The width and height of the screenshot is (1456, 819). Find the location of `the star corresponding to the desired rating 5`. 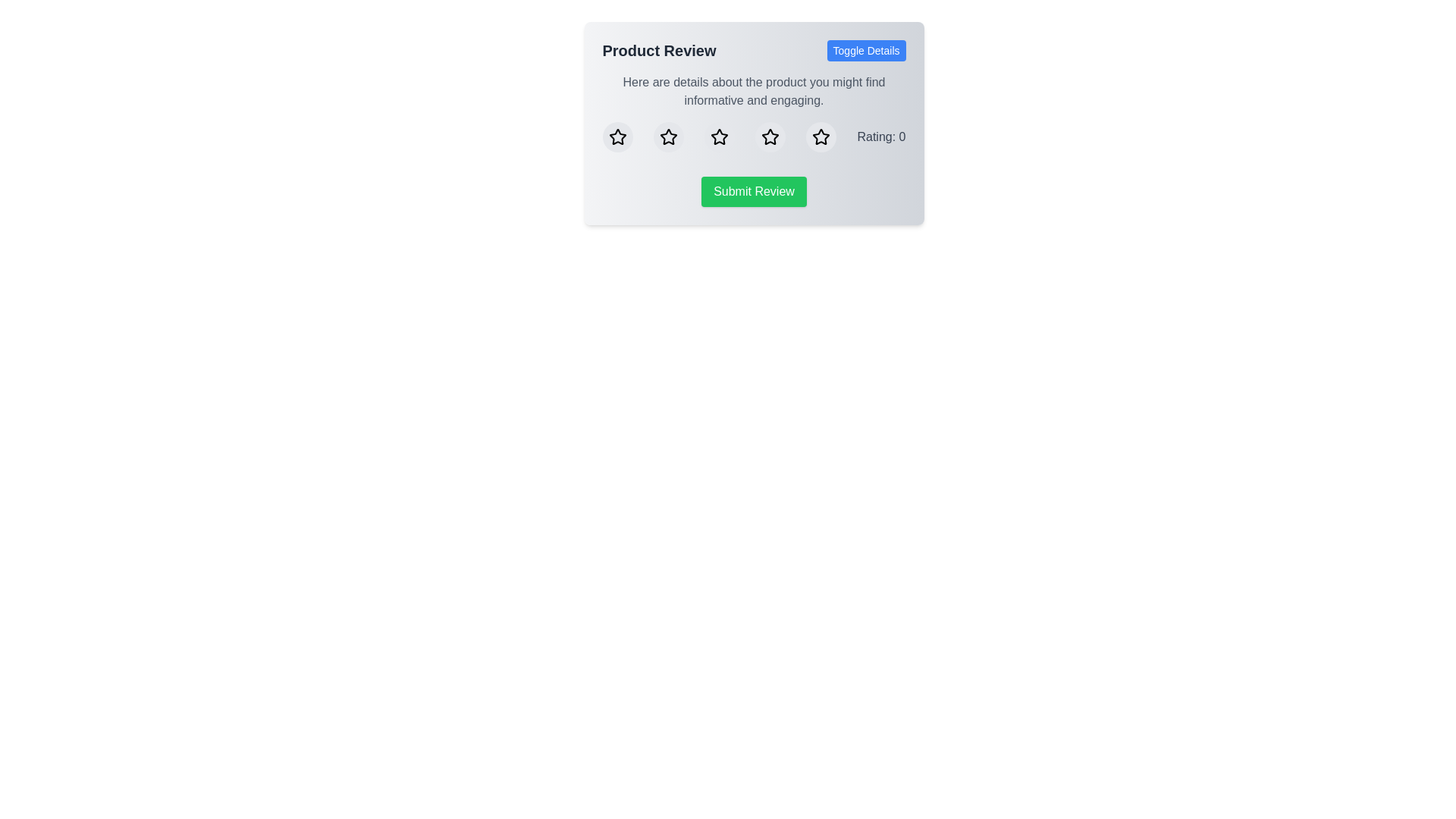

the star corresponding to the desired rating 5 is located at coordinates (821, 137).